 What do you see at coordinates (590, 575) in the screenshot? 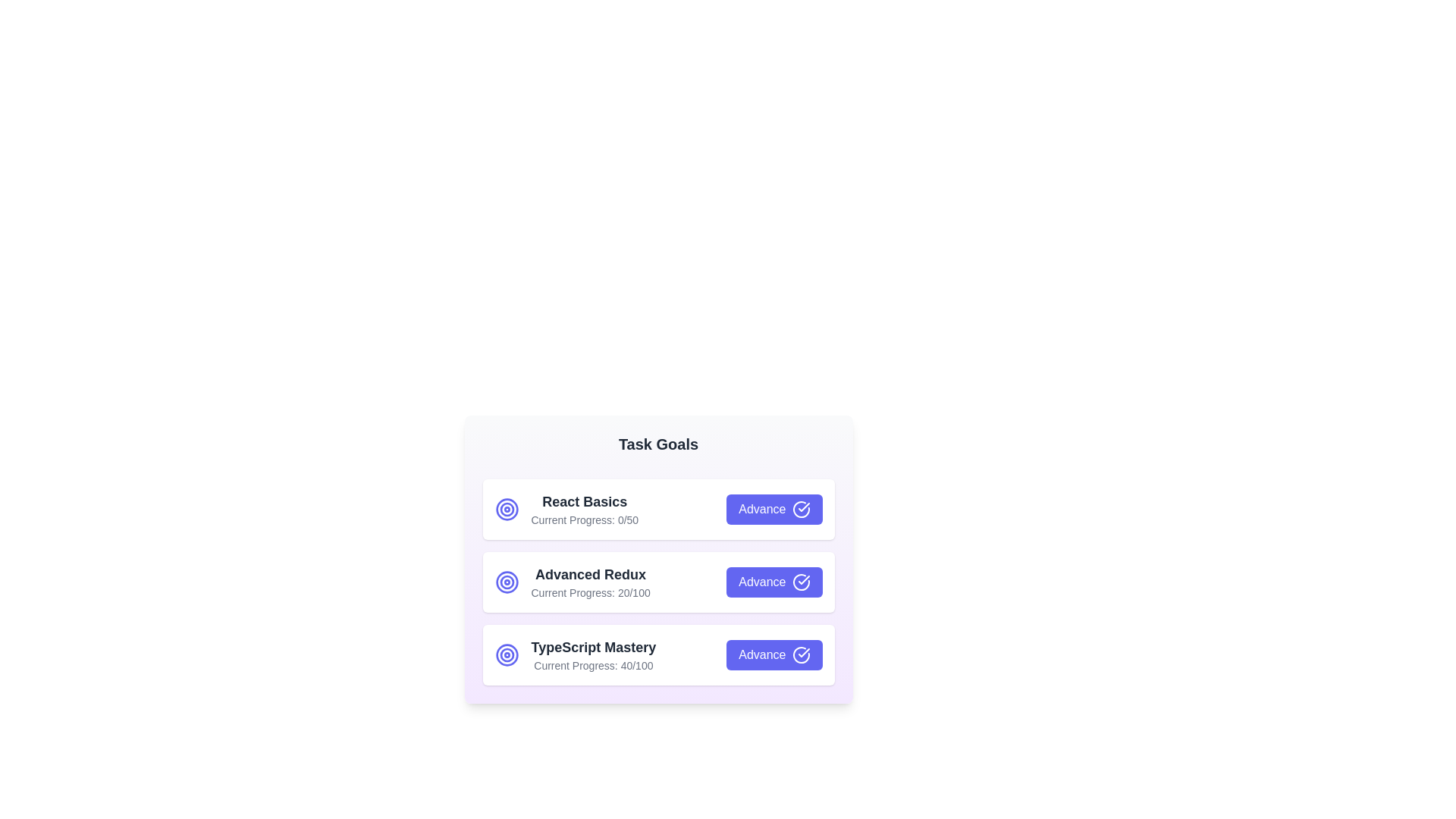
I see `the title text element that serves as a label for the task item, located in the 'Task Goals' section, positioned above 'Current Progress: 20/100' and below 'React Basics'` at bounding box center [590, 575].